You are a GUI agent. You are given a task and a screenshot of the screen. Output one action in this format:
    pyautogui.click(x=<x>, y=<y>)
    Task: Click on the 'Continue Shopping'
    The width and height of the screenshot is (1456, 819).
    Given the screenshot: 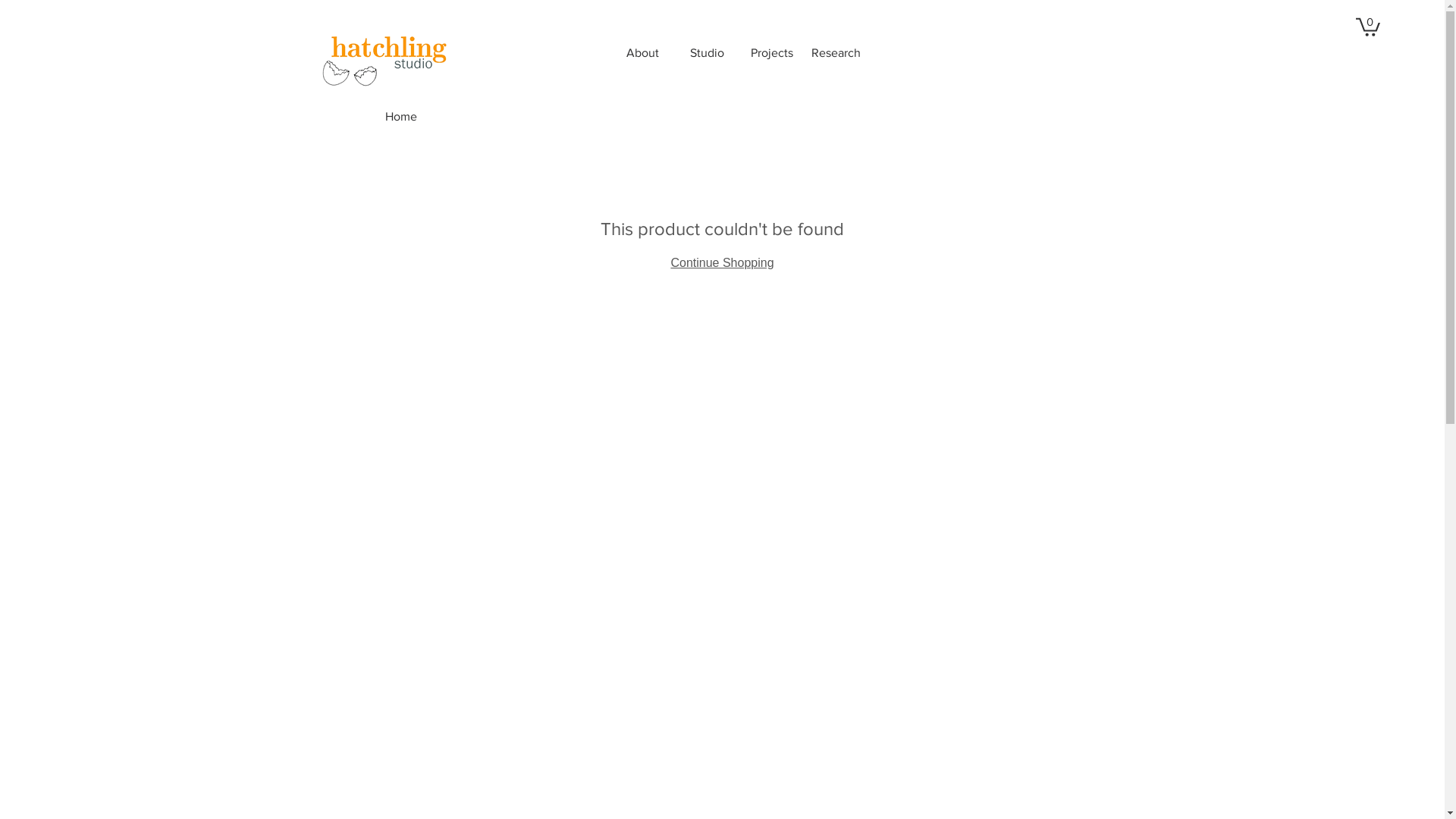 What is the action you would take?
    pyautogui.click(x=720, y=262)
    